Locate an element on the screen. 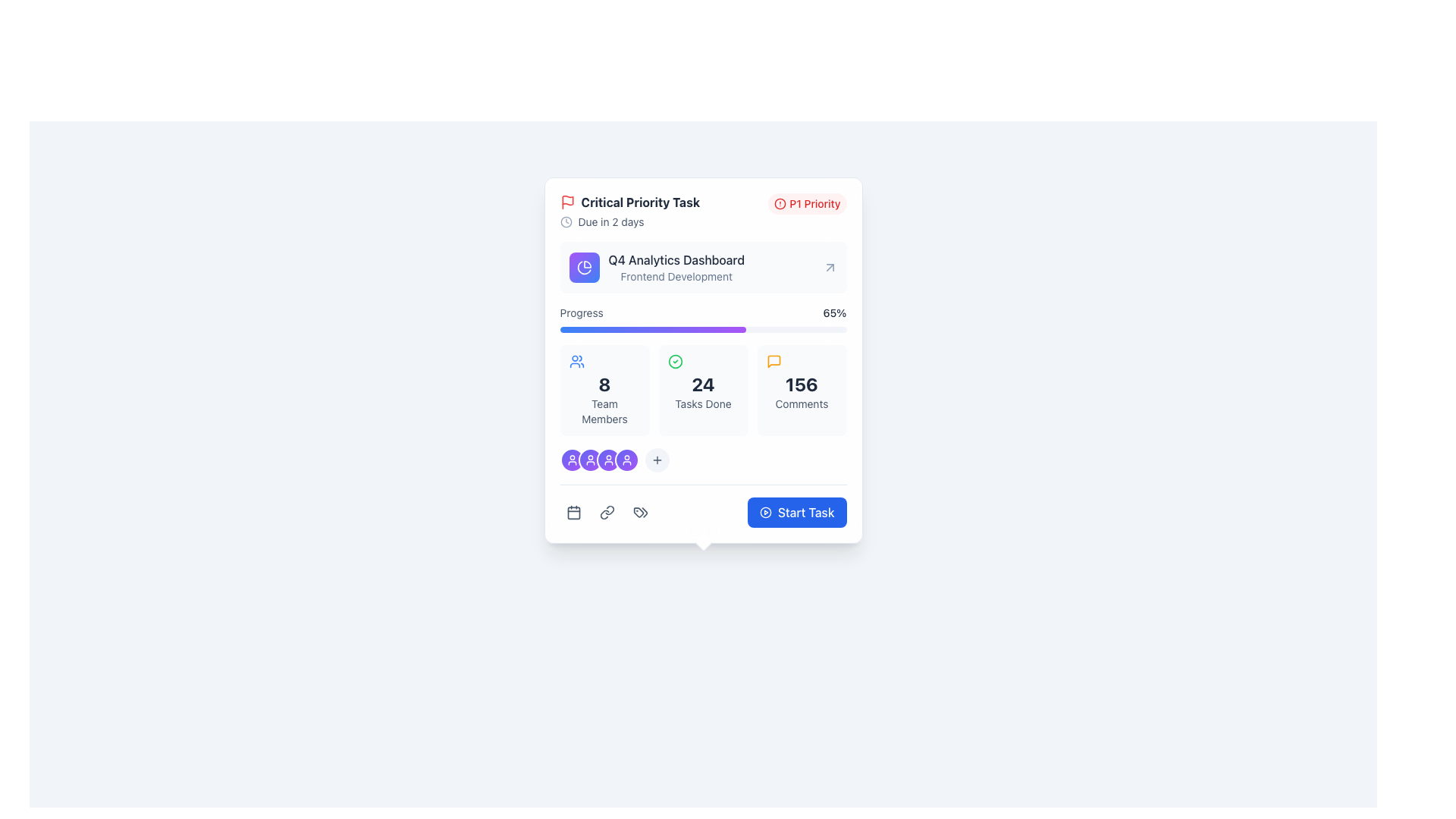  the circular alert icon with a red border and text, located within the 'P1 Priority' badge at the top-right corner of the 'Critical Priority Task' card is located at coordinates (780, 203).